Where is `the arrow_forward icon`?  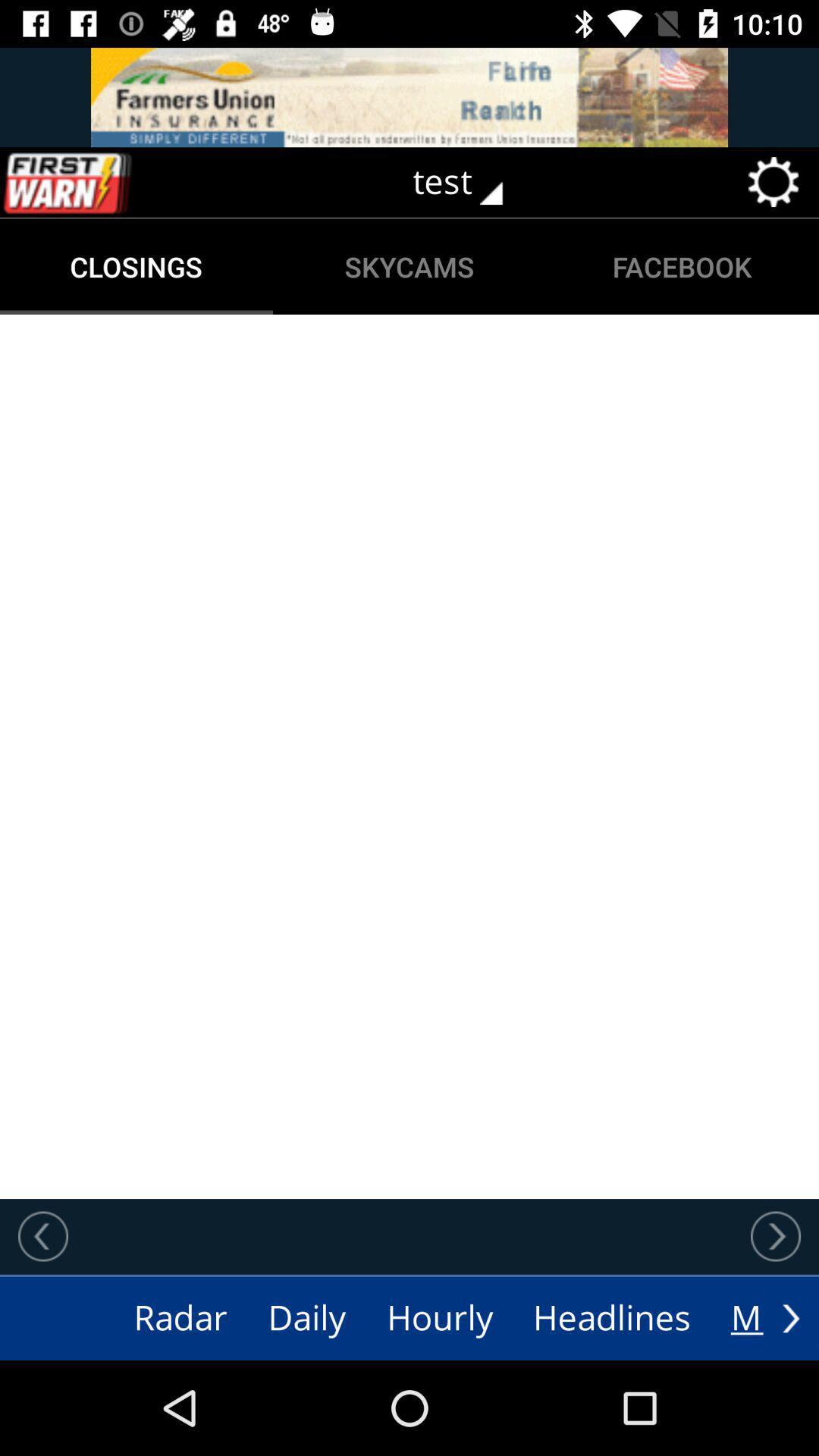 the arrow_forward icon is located at coordinates (790, 1317).